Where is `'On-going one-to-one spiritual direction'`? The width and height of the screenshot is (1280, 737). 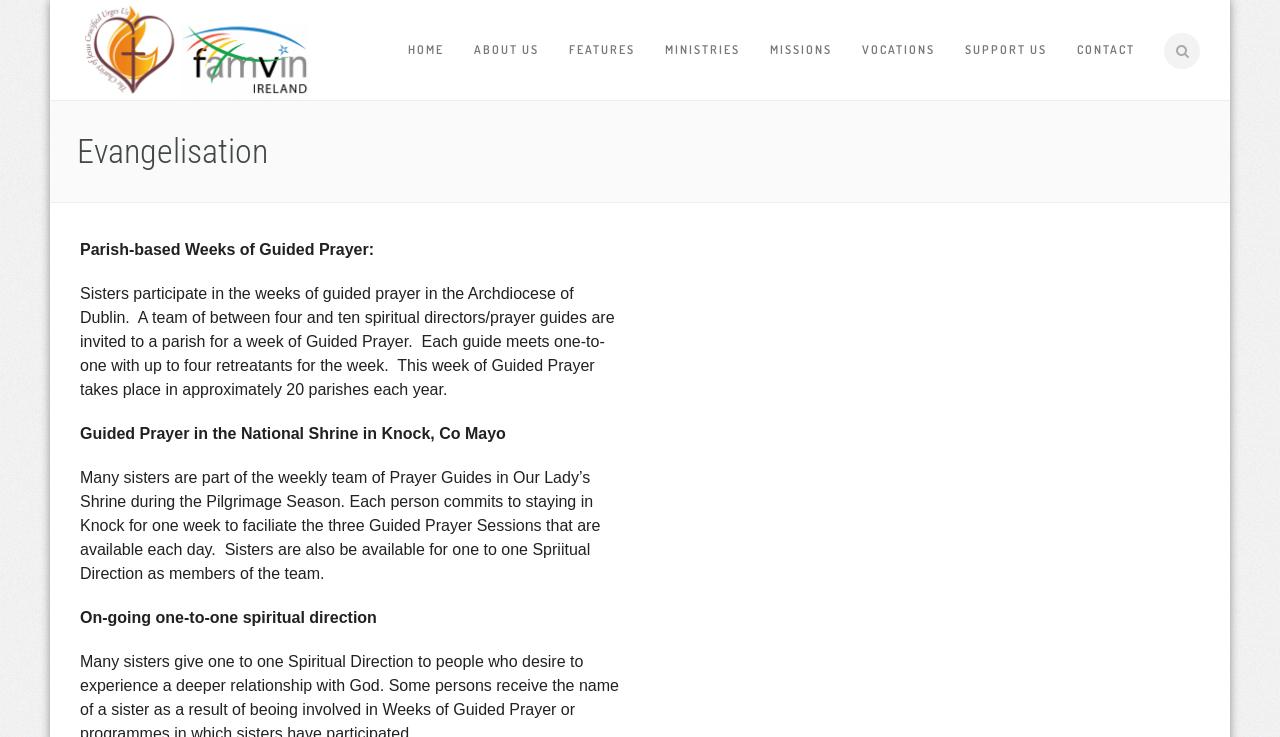
'On-going one-to-one spiritual direction' is located at coordinates (80, 617).